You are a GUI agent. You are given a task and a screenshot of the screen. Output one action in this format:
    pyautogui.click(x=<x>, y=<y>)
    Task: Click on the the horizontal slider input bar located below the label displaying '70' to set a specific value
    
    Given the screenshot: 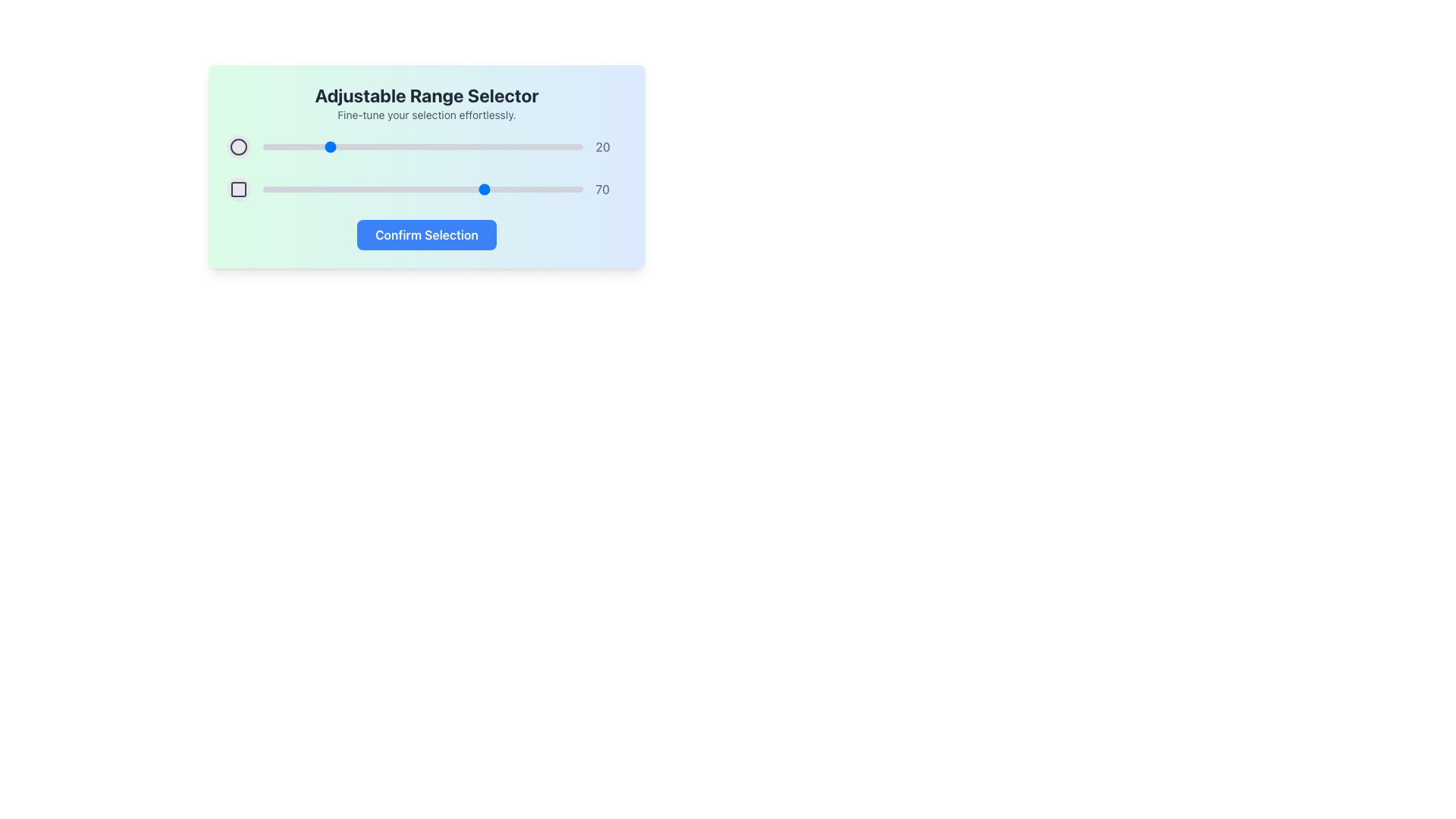 What is the action you would take?
    pyautogui.click(x=423, y=189)
    